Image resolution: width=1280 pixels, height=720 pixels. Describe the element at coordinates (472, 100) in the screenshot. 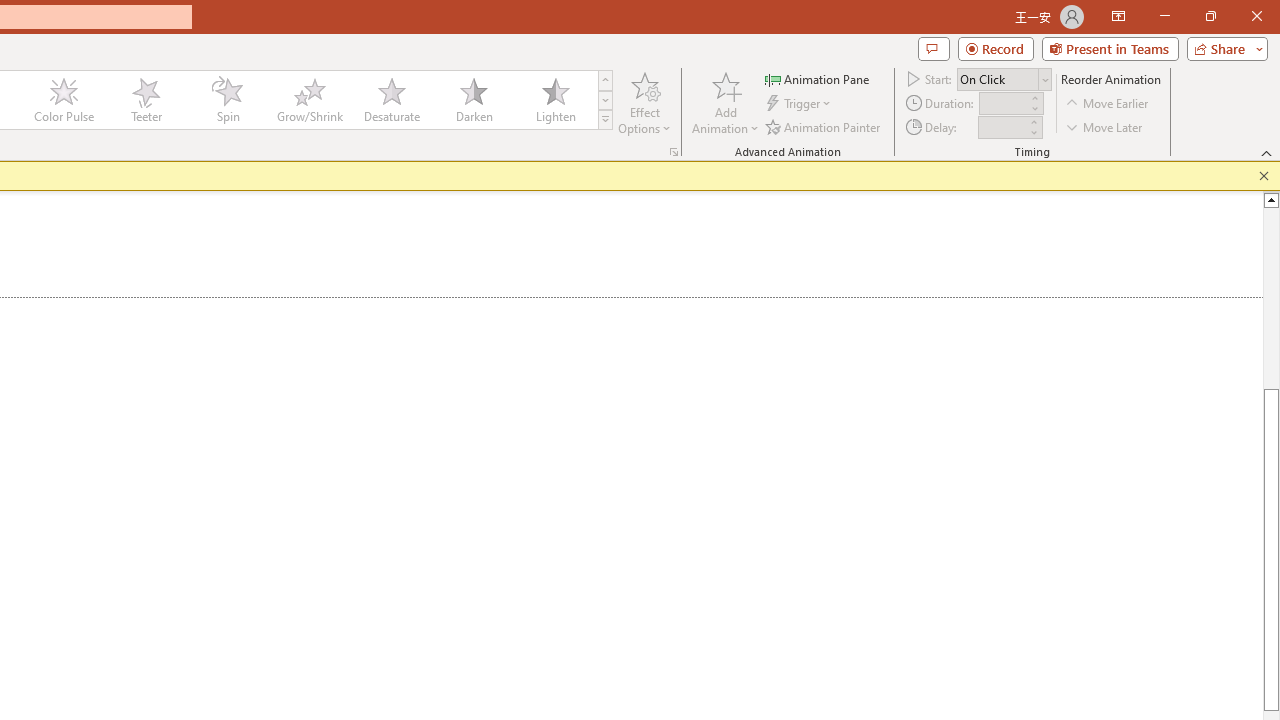

I see `'Darken'` at that location.